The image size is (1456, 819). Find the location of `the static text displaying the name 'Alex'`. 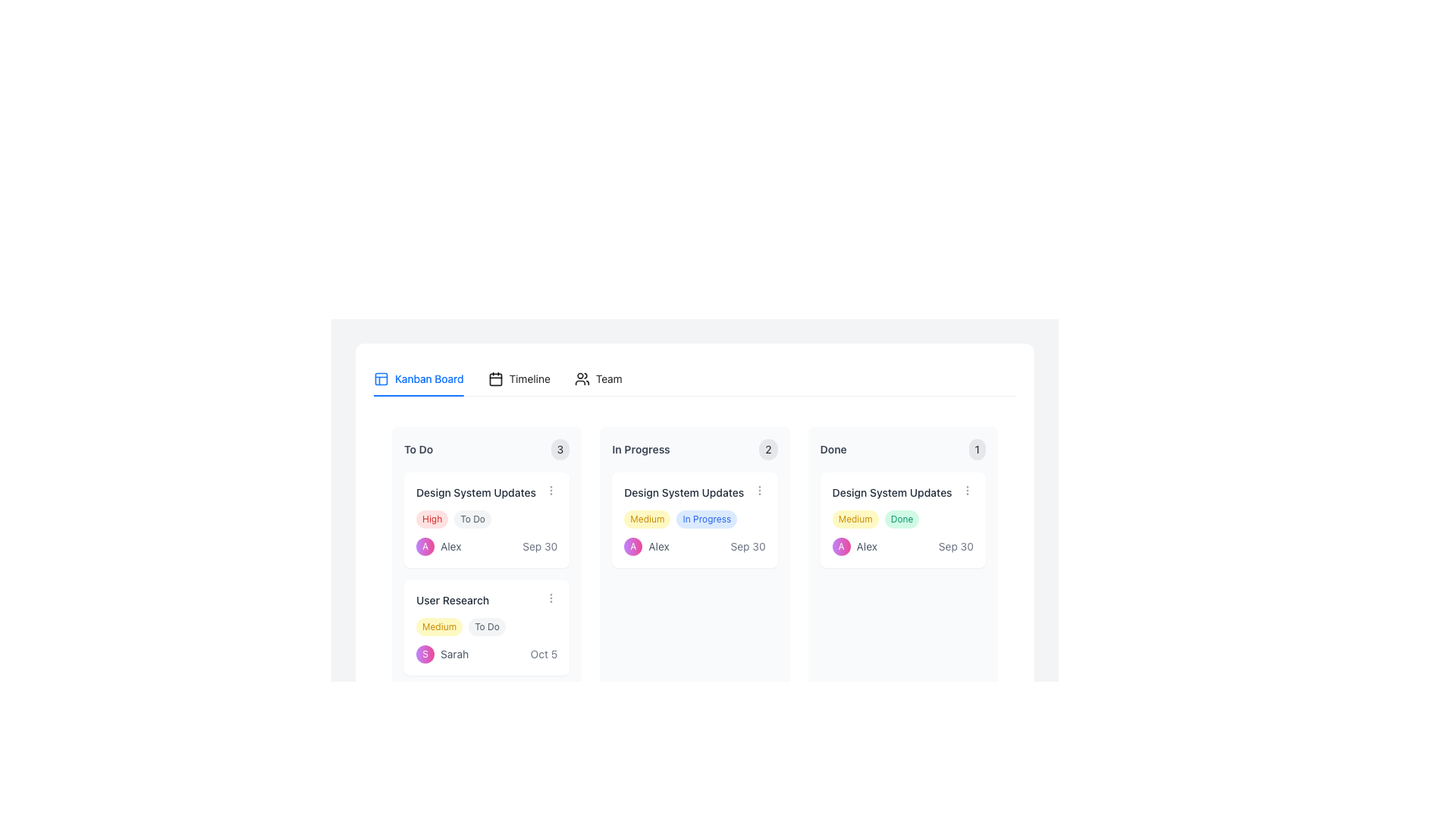

the static text displaying the name 'Alex' is located at coordinates (867, 547).